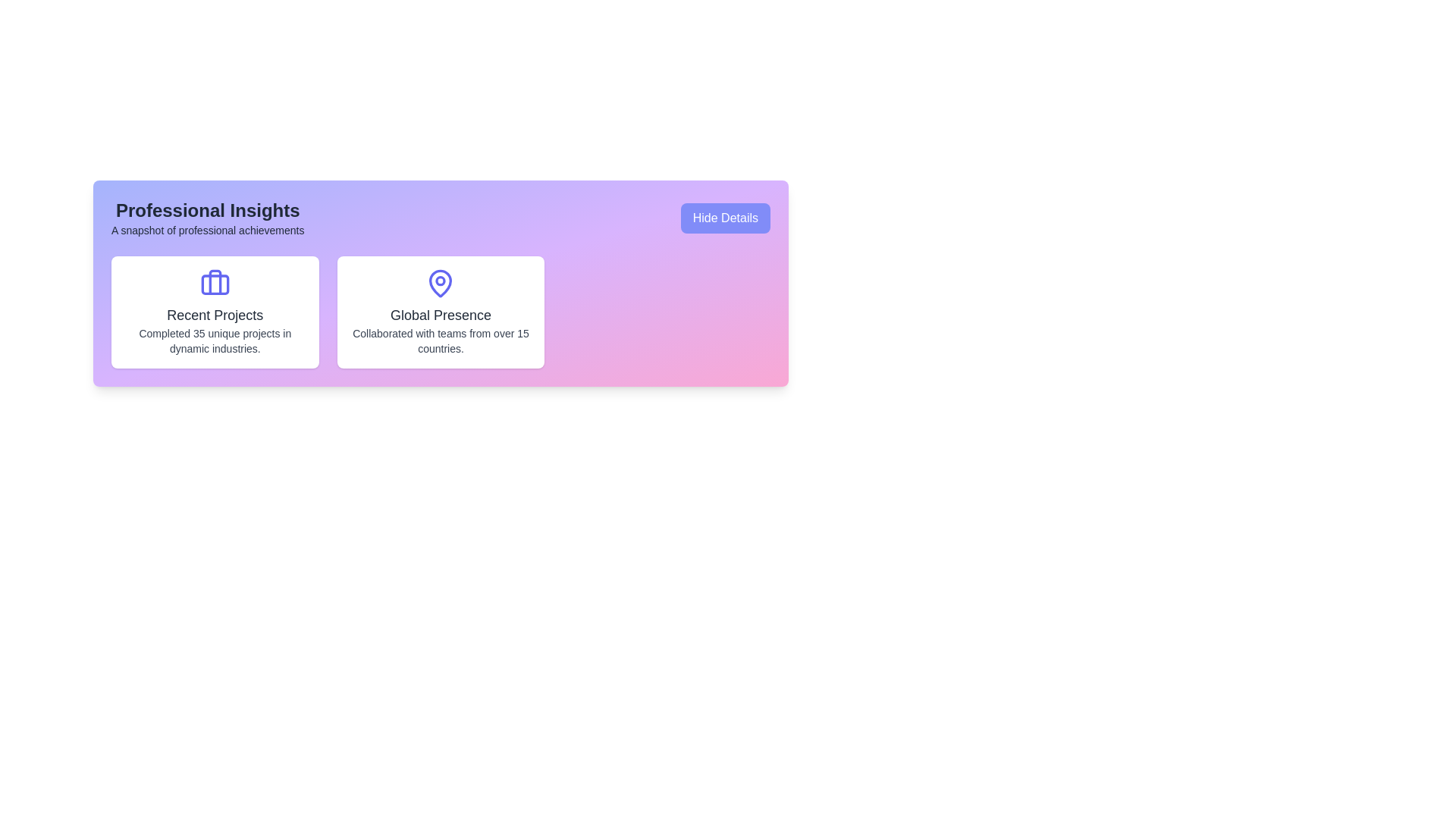 Image resolution: width=1456 pixels, height=819 pixels. Describe the element at coordinates (207, 218) in the screenshot. I see `the Text block that contains the title 'Professional Insights' and subtitle 'A snapshot of professional achievements'` at that location.